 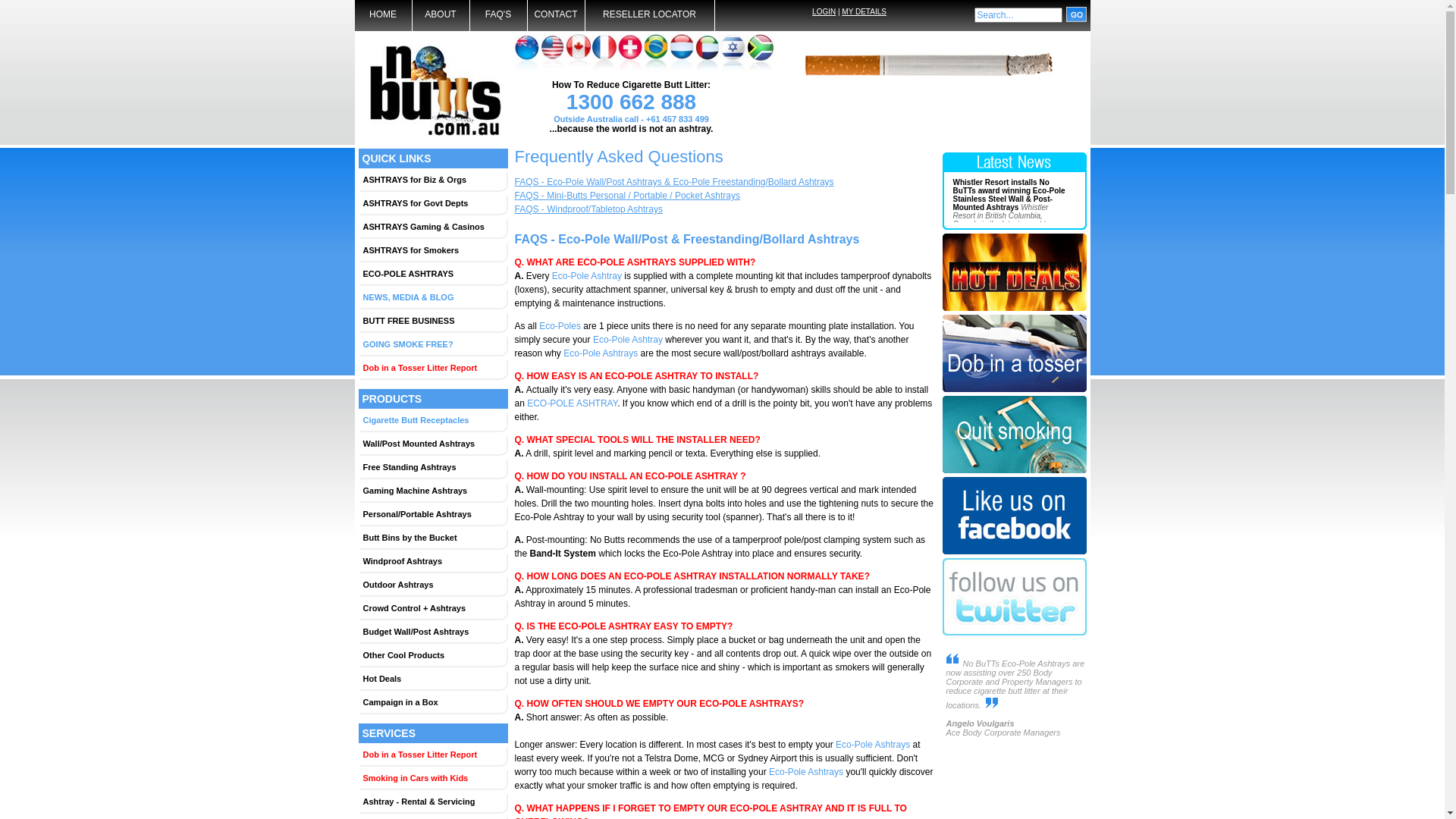 What do you see at coordinates (432, 344) in the screenshot?
I see `'GOING SMOKE FREE?'` at bounding box center [432, 344].